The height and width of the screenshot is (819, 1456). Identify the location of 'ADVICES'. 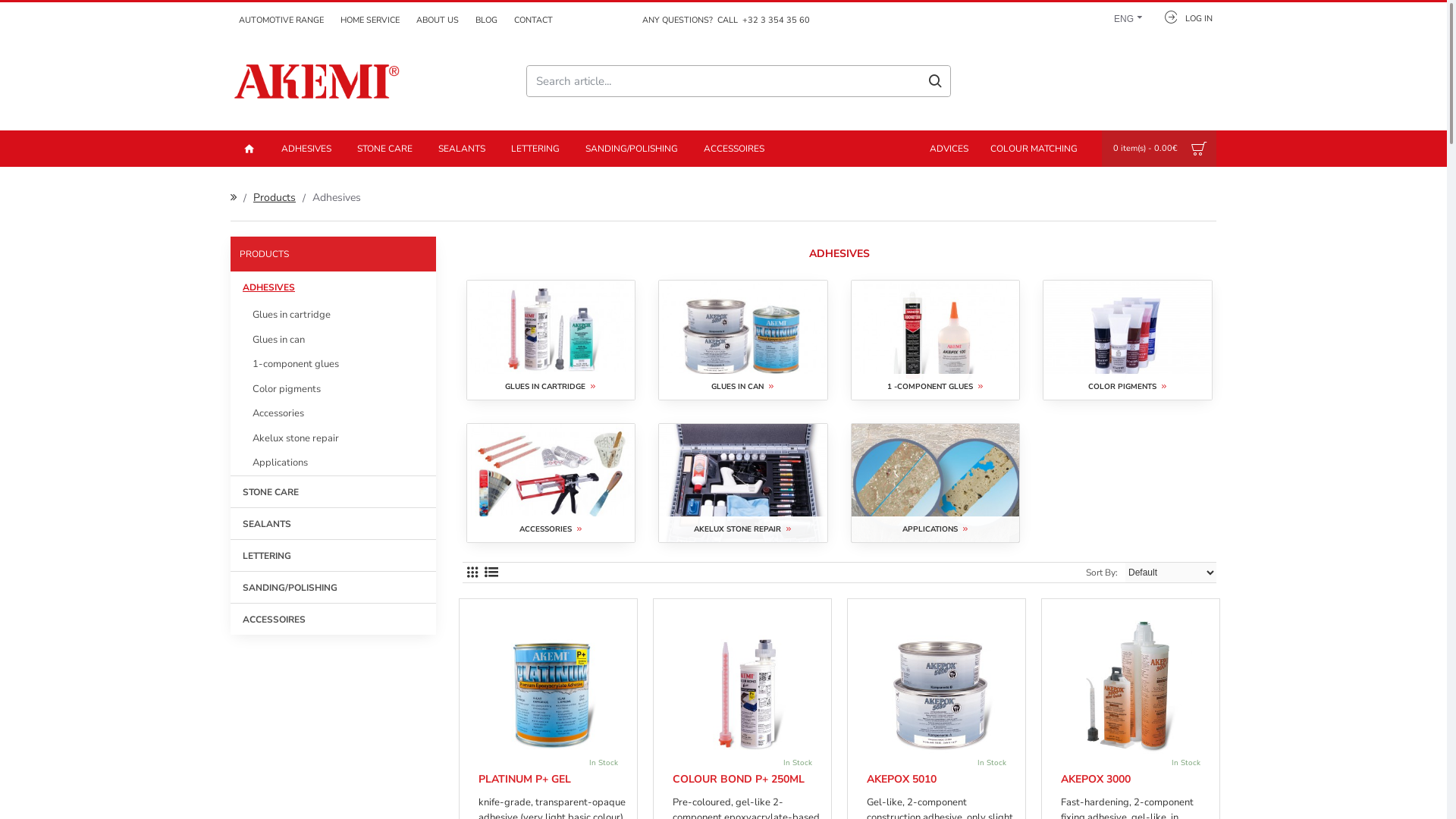
(916, 149).